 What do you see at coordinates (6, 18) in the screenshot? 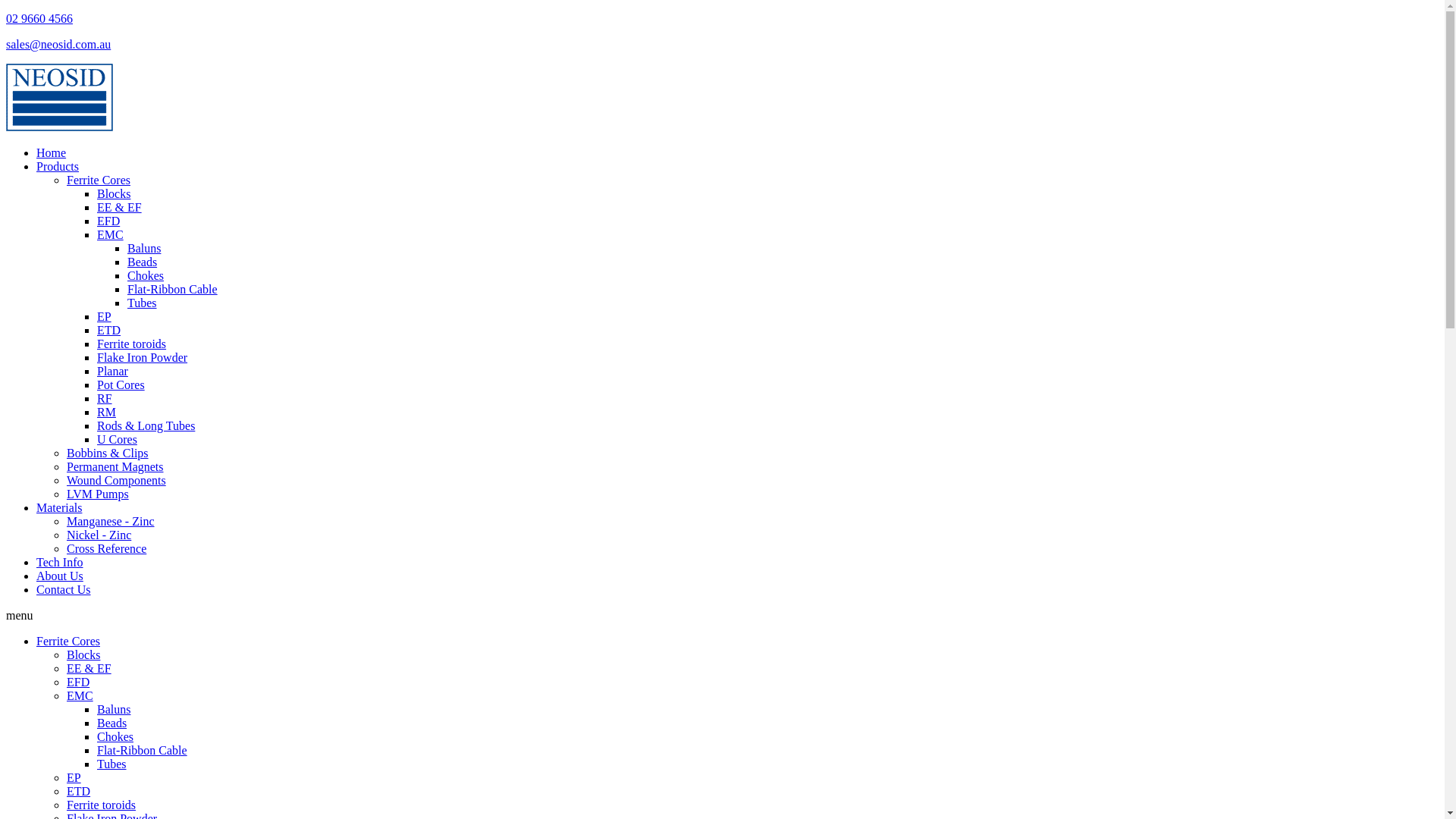
I see `'02 9660 4566'` at bounding box center [6, 18].